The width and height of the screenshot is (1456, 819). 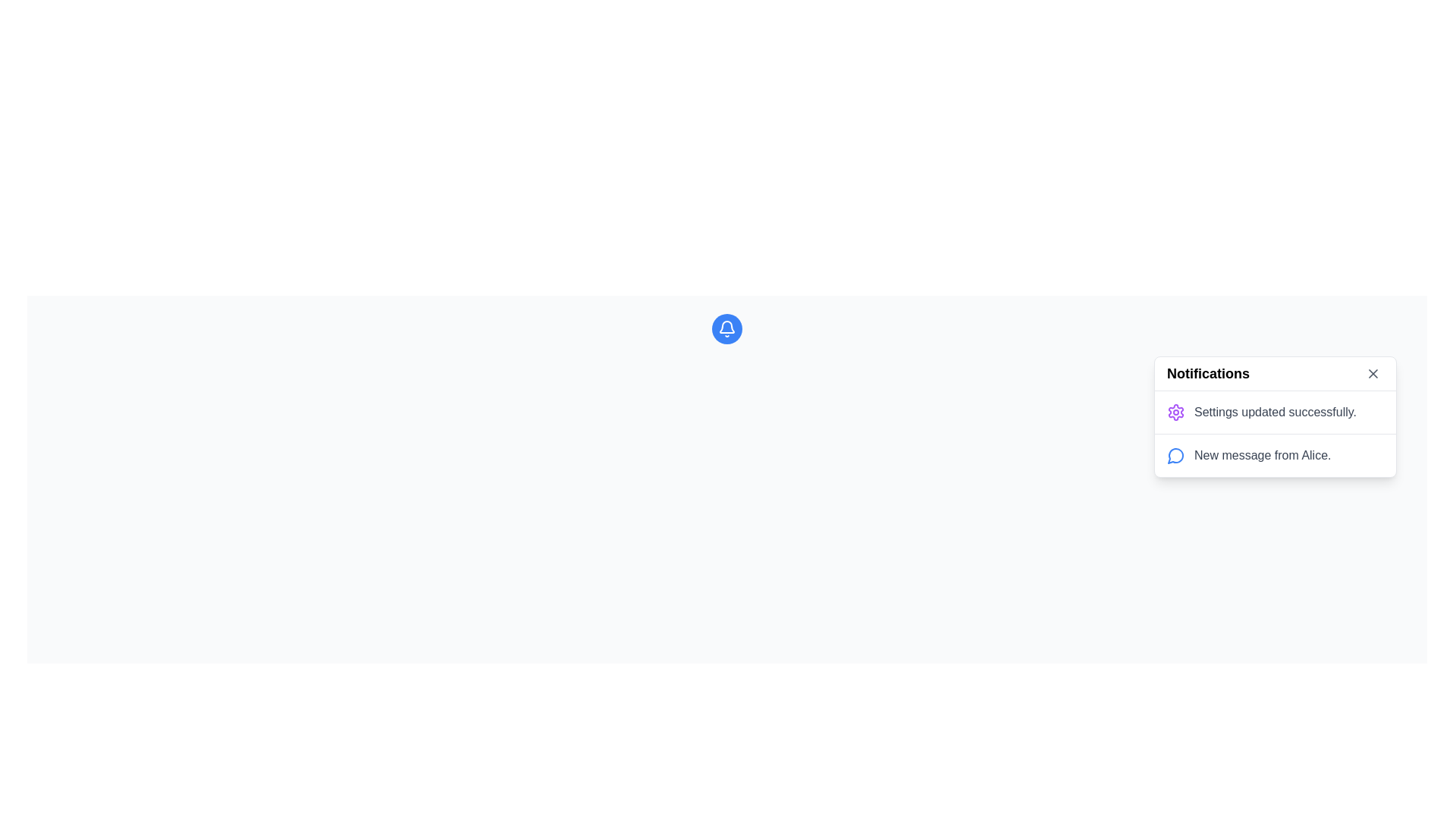 I want to click on the circular blue button with a white bell icon, so click(x=726, y=328).